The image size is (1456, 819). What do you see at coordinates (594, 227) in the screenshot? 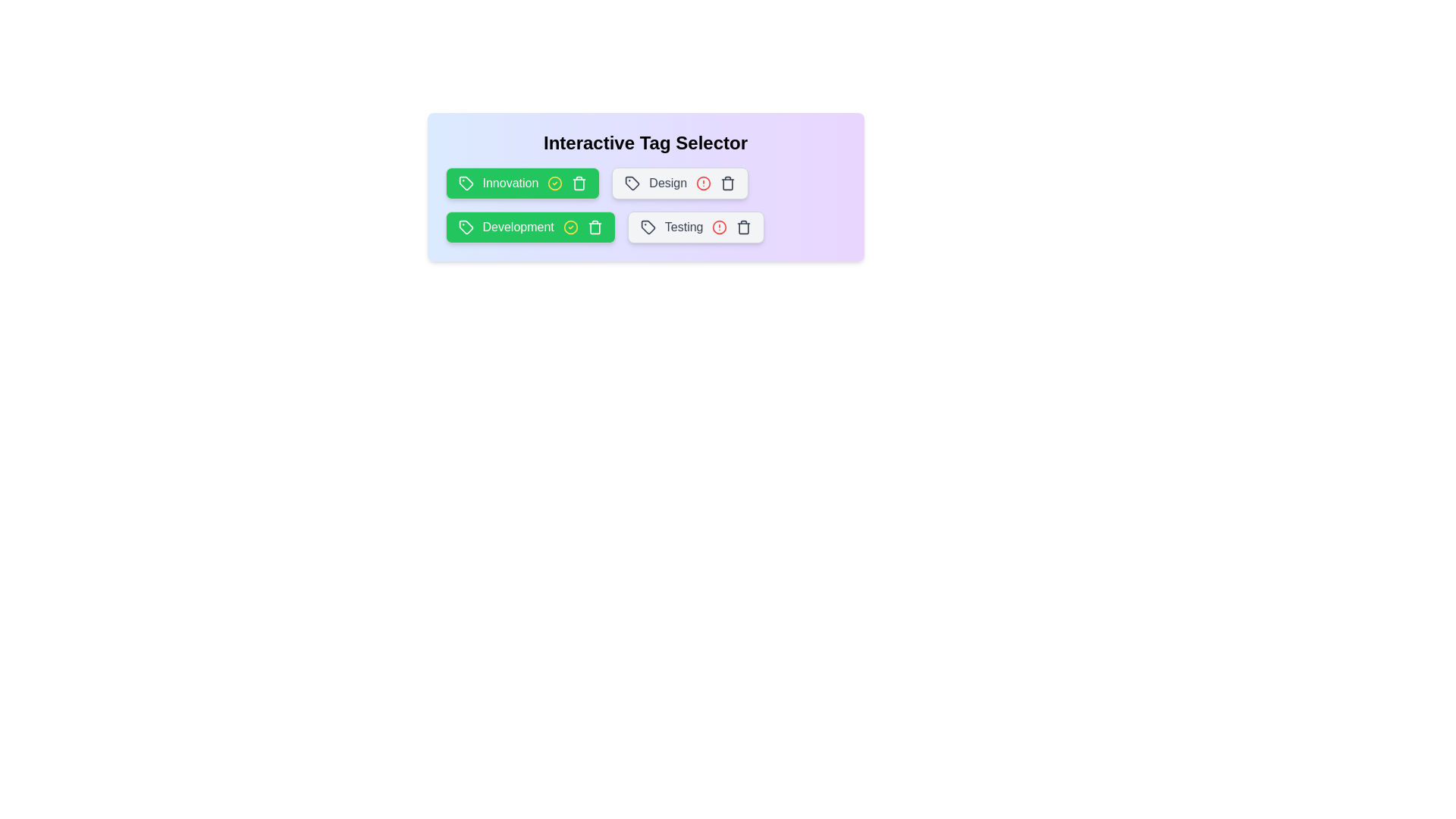
I see `the delete button for the tag labeled Development` at bounding box center [594, 227].